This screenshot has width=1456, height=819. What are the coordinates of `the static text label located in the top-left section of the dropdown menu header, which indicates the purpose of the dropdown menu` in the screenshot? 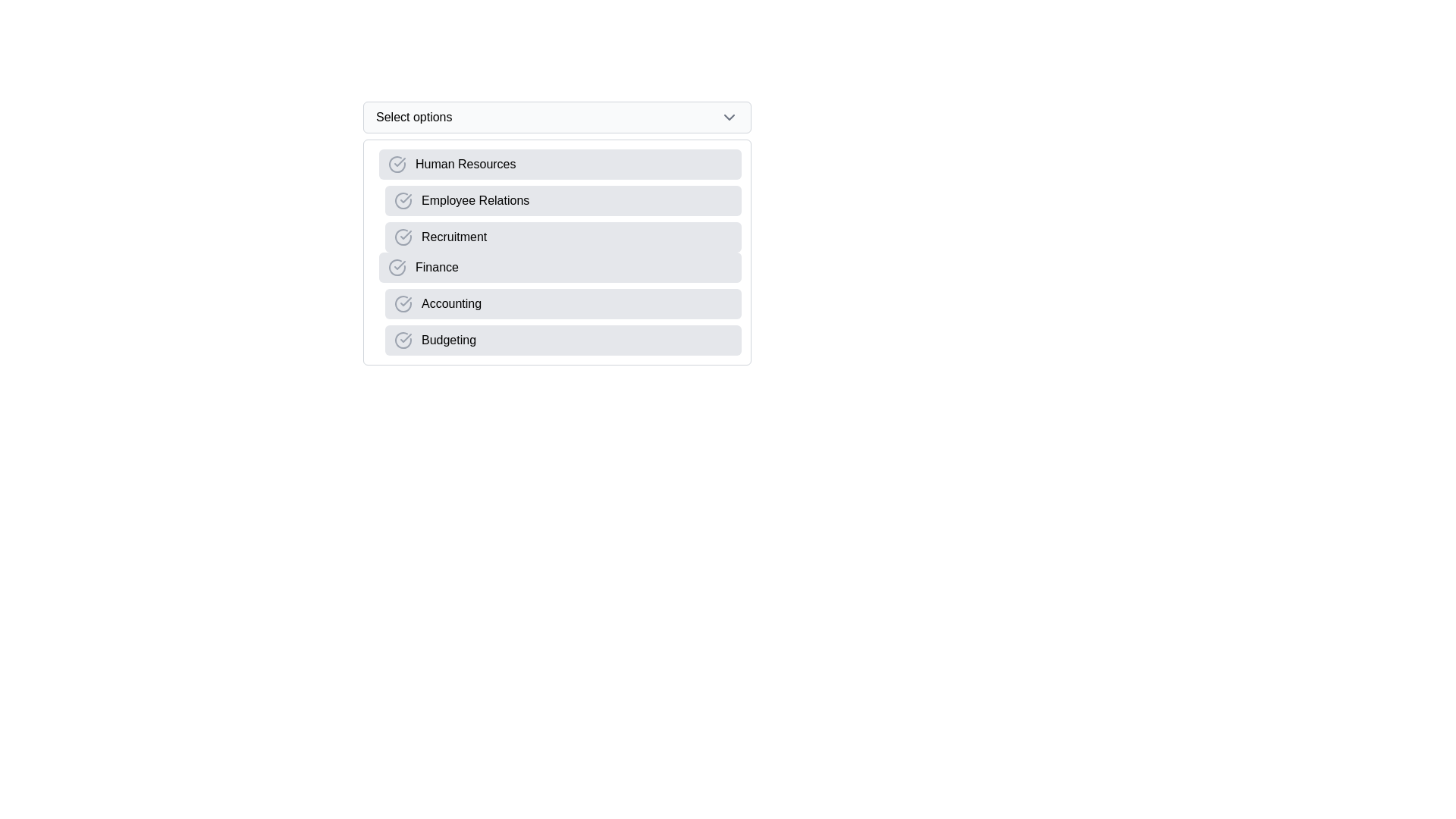 It's located at (414, 116).